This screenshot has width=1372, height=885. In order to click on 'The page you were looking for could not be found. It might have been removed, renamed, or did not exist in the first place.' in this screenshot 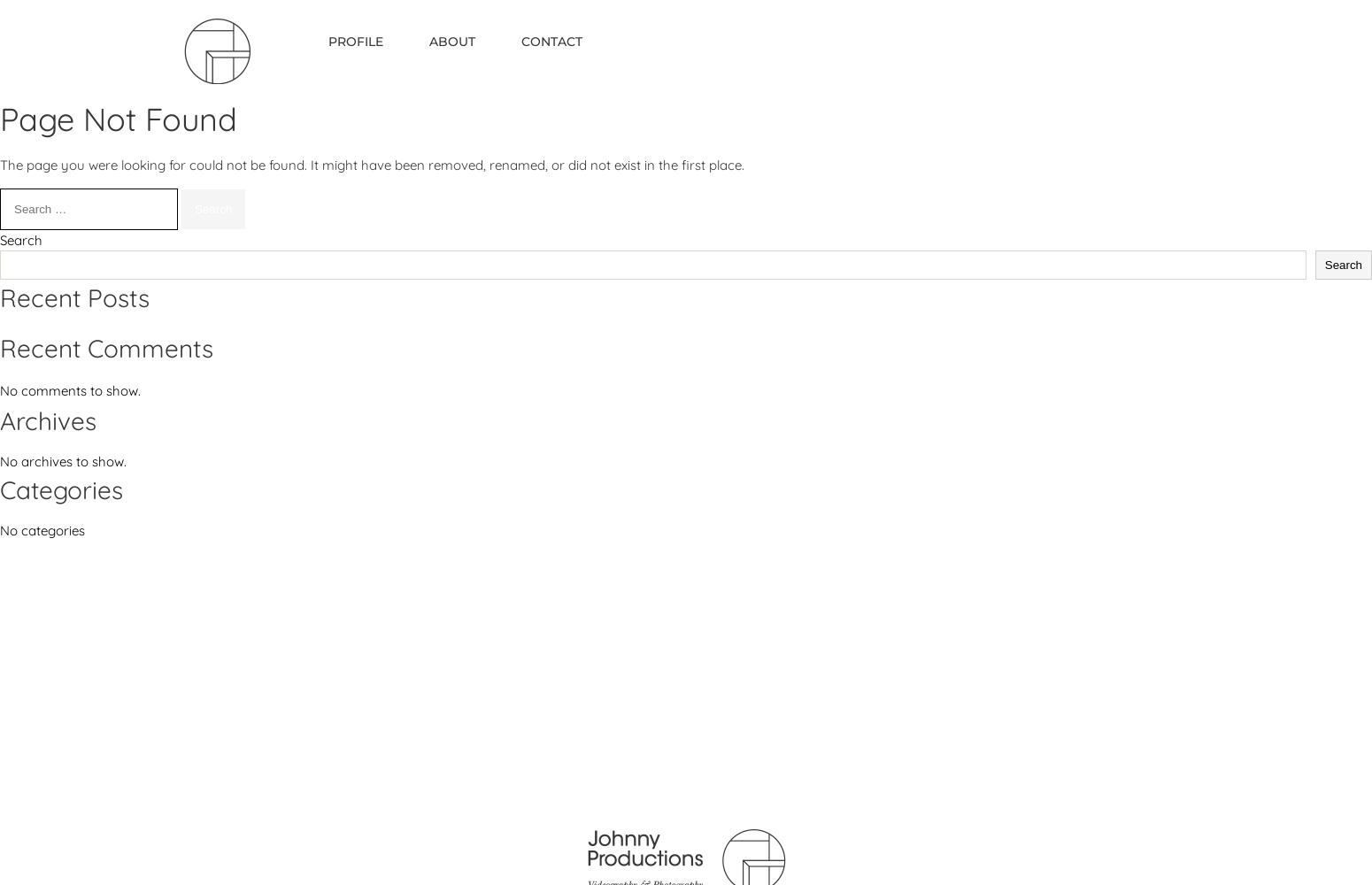, I will do `click(0, 165)`.